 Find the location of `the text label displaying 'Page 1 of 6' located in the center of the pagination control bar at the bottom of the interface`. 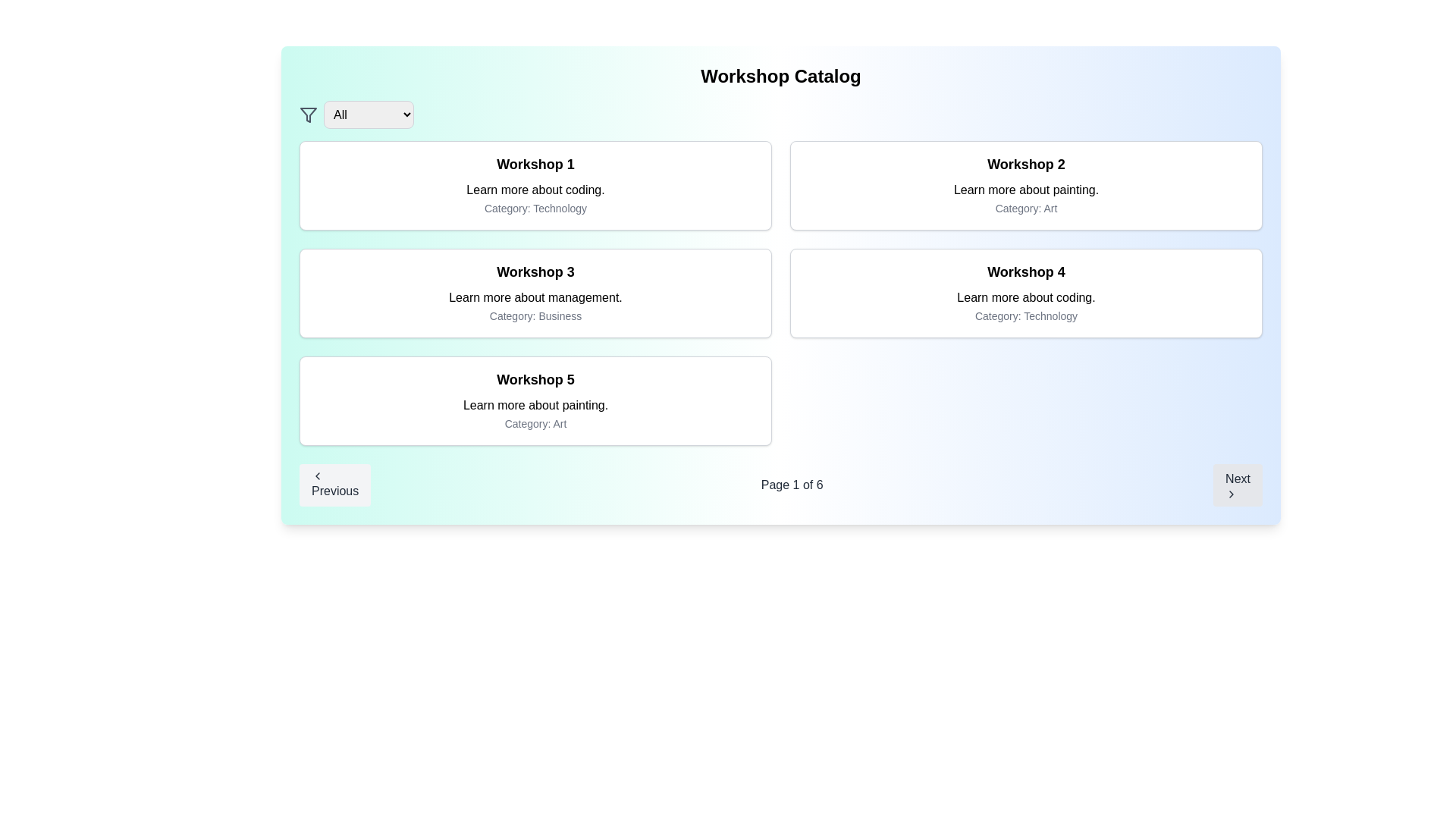

the text label displaying 'Page 1 of 6' located in the center of the pagination control bar at the bottom of the interface is located at coordinates (791, 485).